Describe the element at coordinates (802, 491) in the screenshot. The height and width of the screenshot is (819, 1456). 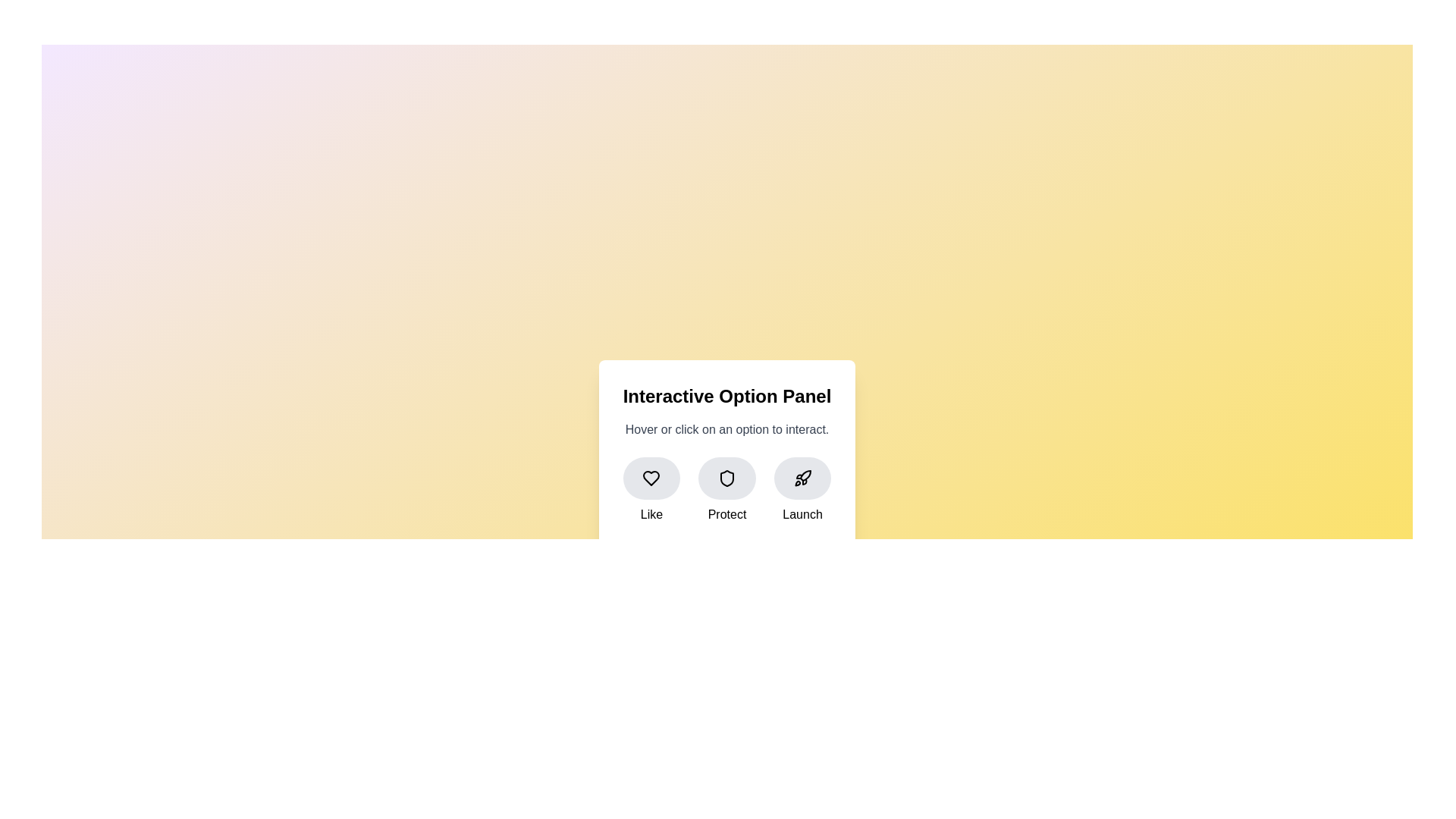
I see `the 'Launch' button located at the bottom-right position among three horizontally arranged options` at that location.